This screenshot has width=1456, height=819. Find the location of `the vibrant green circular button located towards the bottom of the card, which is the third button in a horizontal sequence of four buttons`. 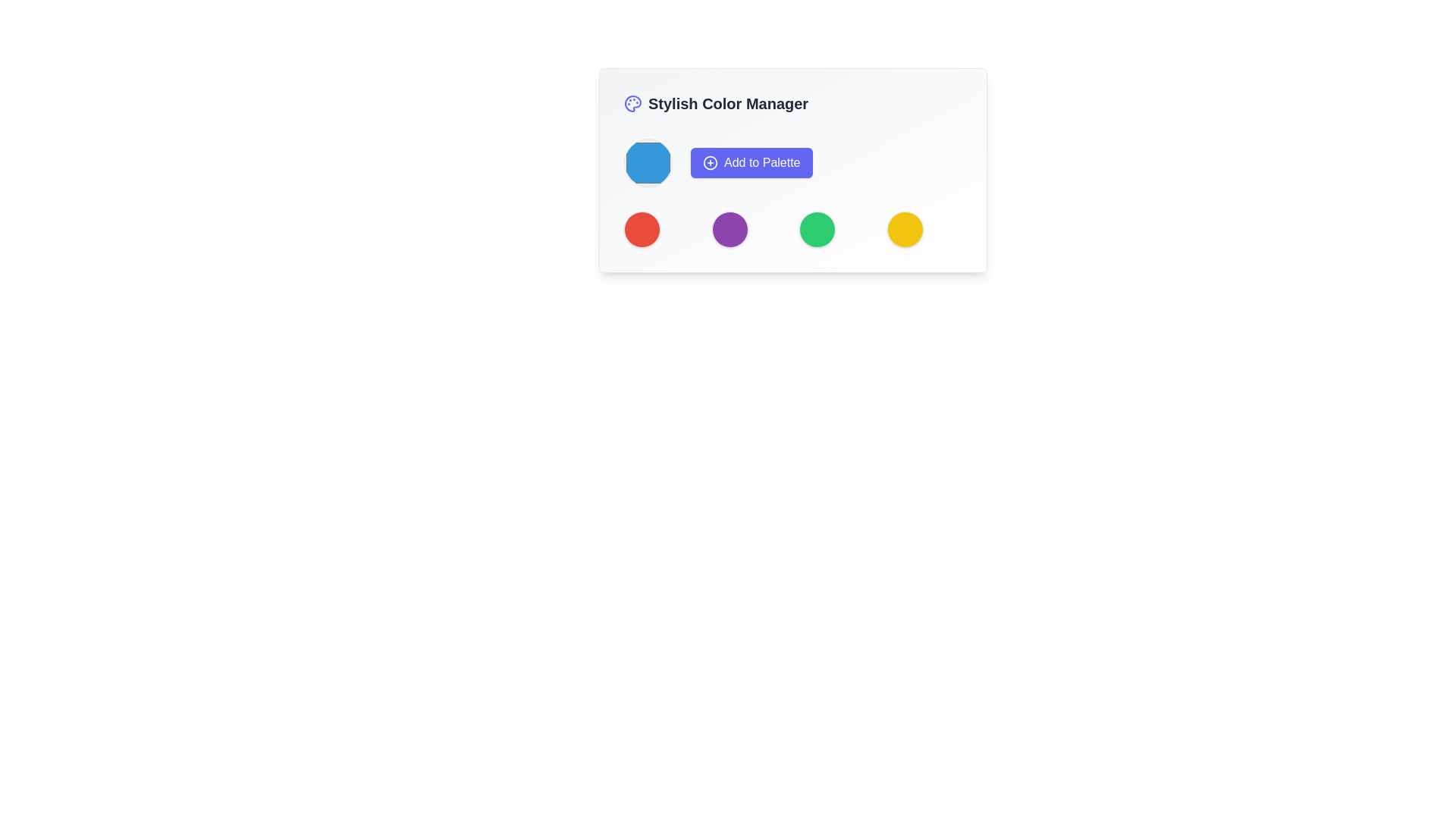

the vibrant green circular button located towards the bottom of the card, which is the third button in a horizontal sequence of four buttons is located at coordinates (817, 230).